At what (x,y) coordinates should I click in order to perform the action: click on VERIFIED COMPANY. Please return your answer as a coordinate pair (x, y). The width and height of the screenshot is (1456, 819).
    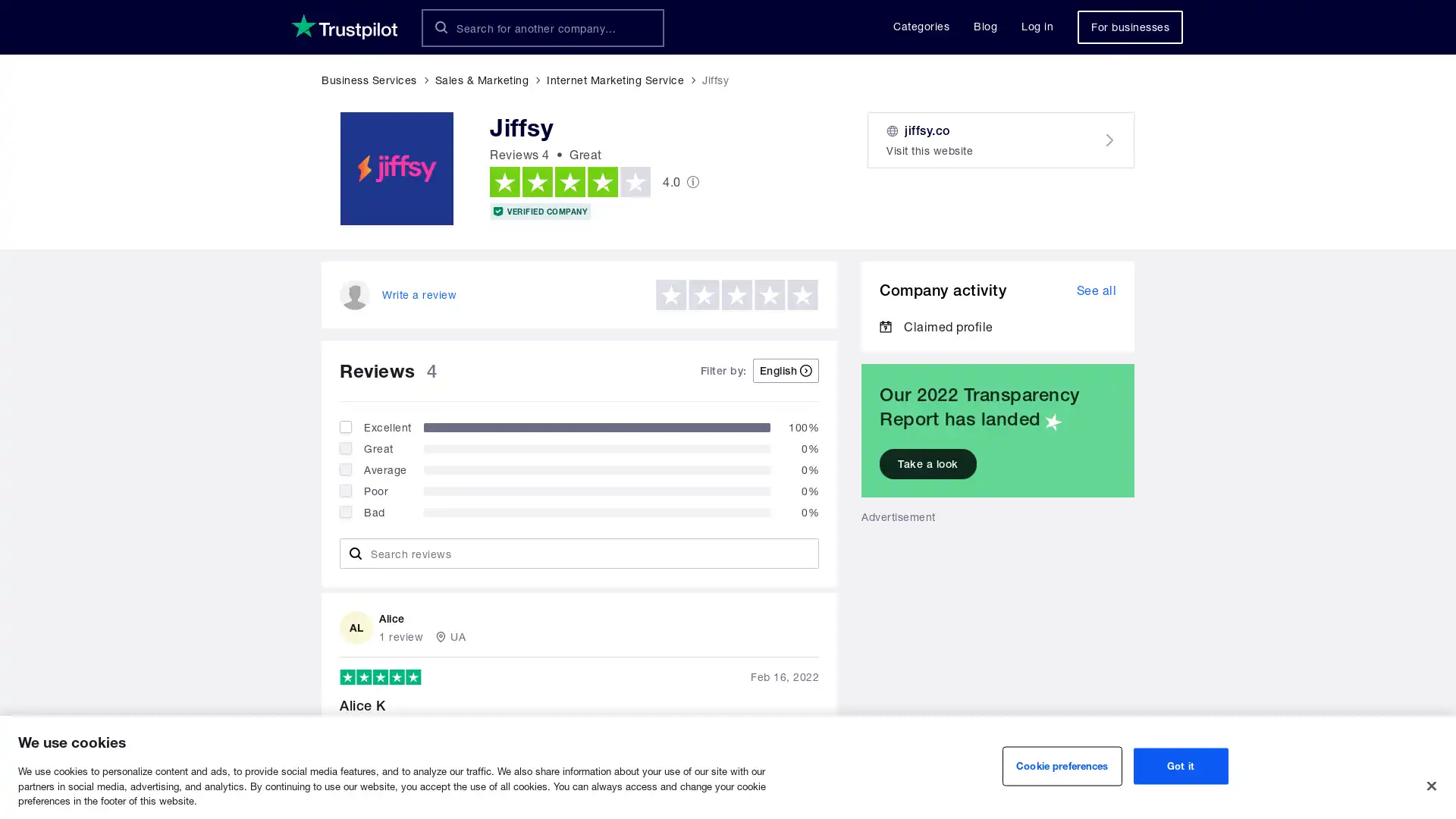
    Looking at the image, I should click on (540, 211).